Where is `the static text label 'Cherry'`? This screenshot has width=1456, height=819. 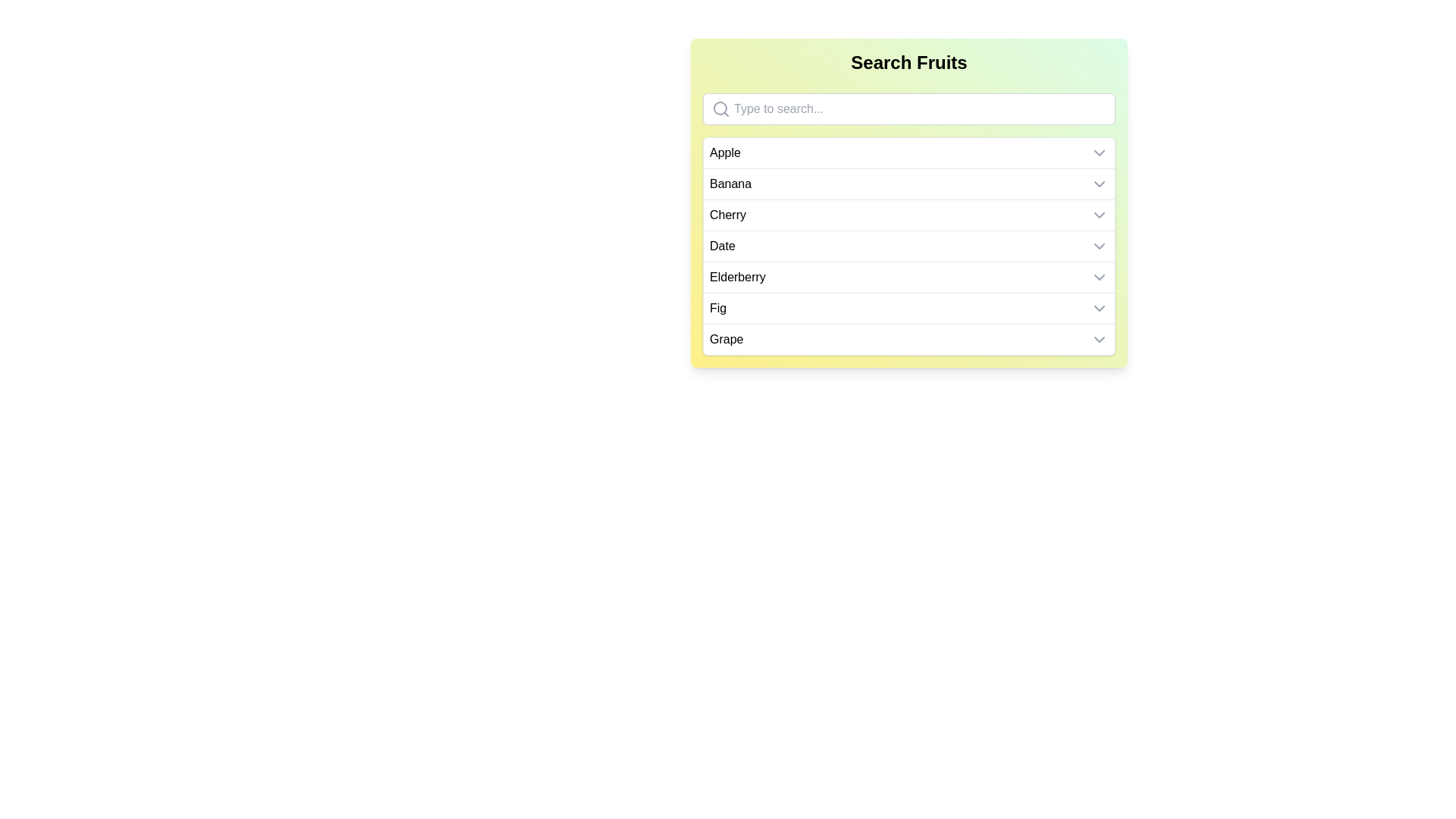 the static text label 'Cherry' is located at coordinates (728, 215).